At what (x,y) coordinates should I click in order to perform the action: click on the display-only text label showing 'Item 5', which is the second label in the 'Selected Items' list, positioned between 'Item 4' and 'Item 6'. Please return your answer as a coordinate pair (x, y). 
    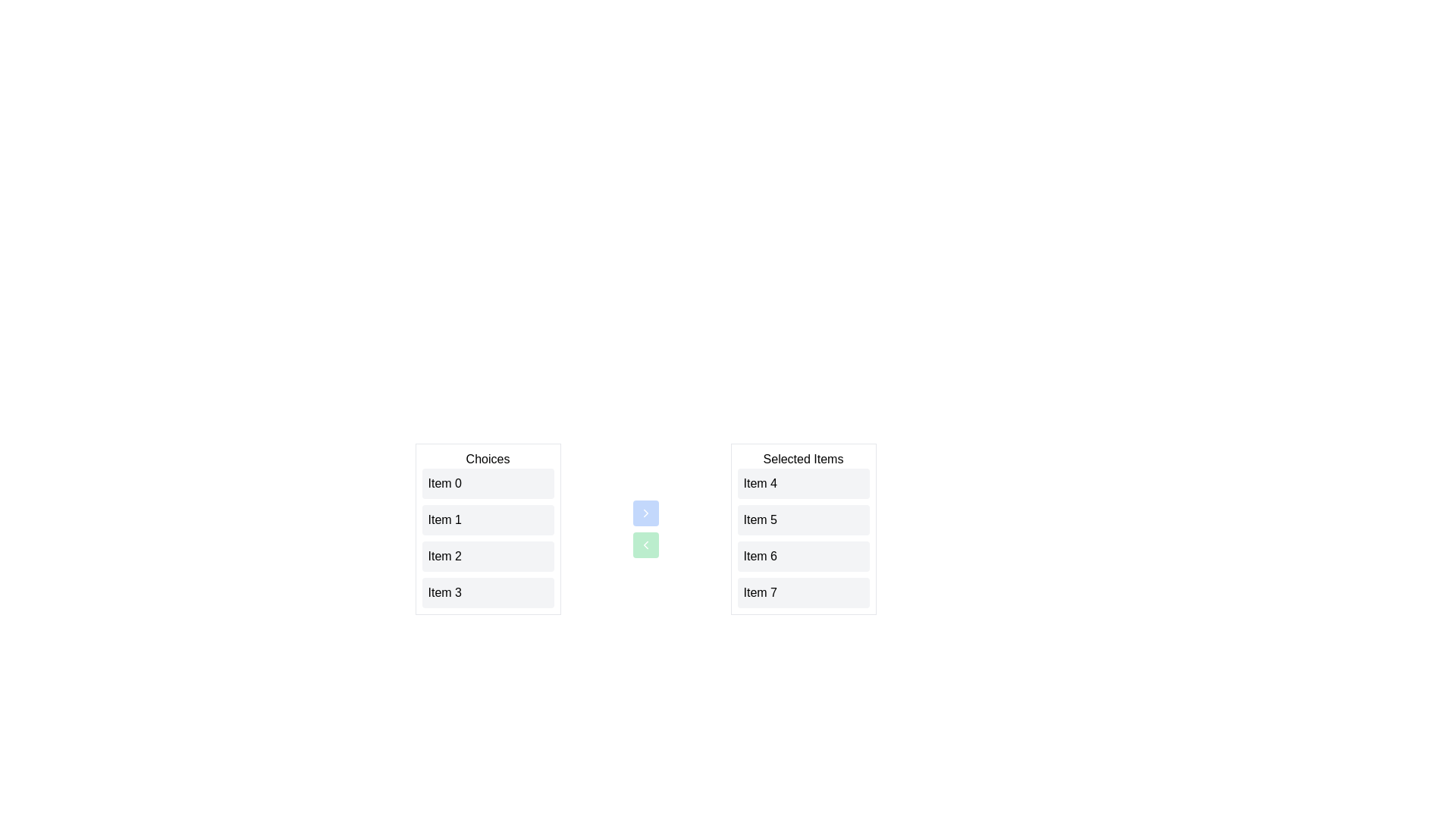
    Looking at the image, I should click on (760, 519).